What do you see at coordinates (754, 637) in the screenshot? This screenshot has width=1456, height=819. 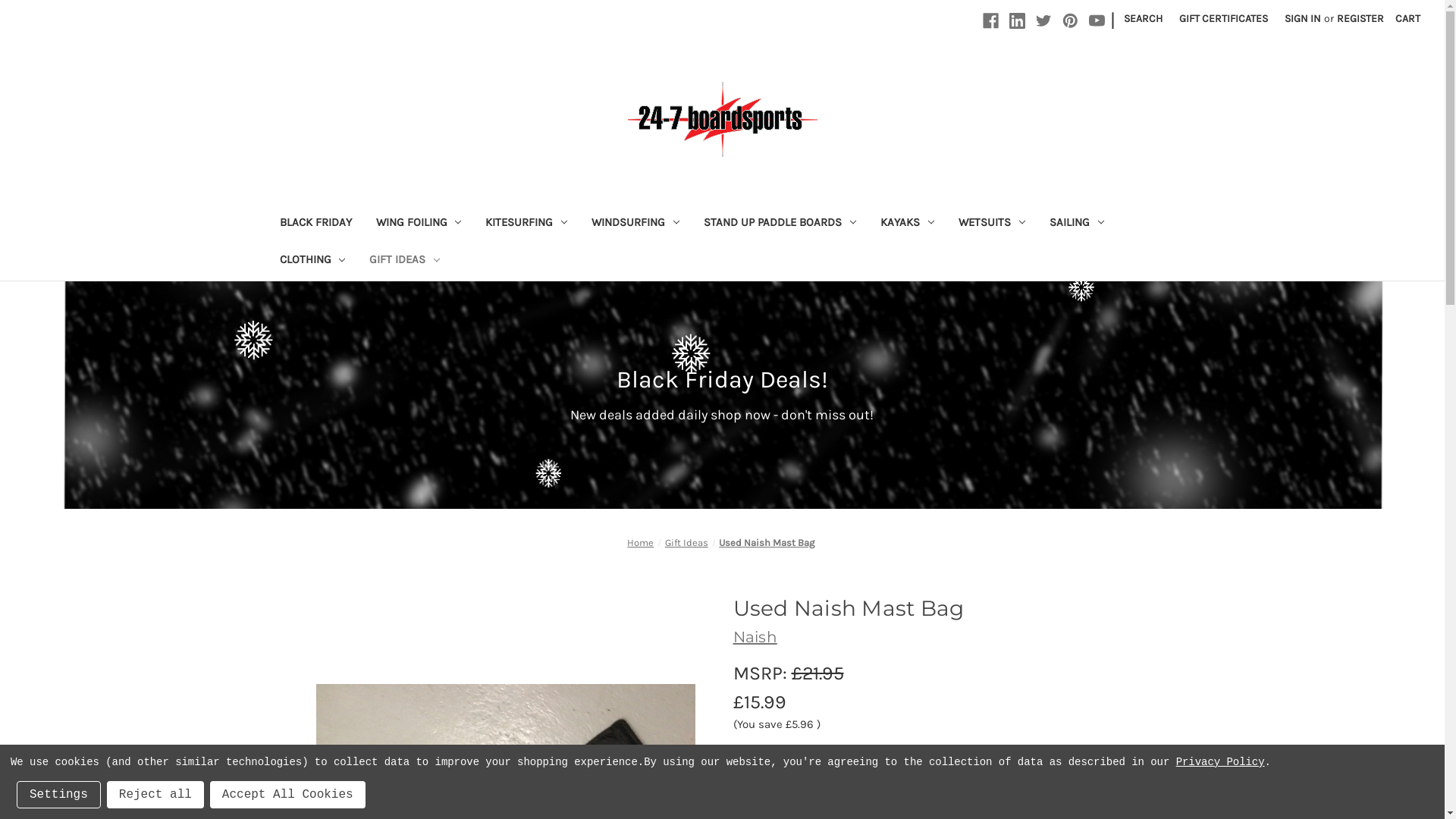 I see `'Naish'` at bounding box center [754, 637].